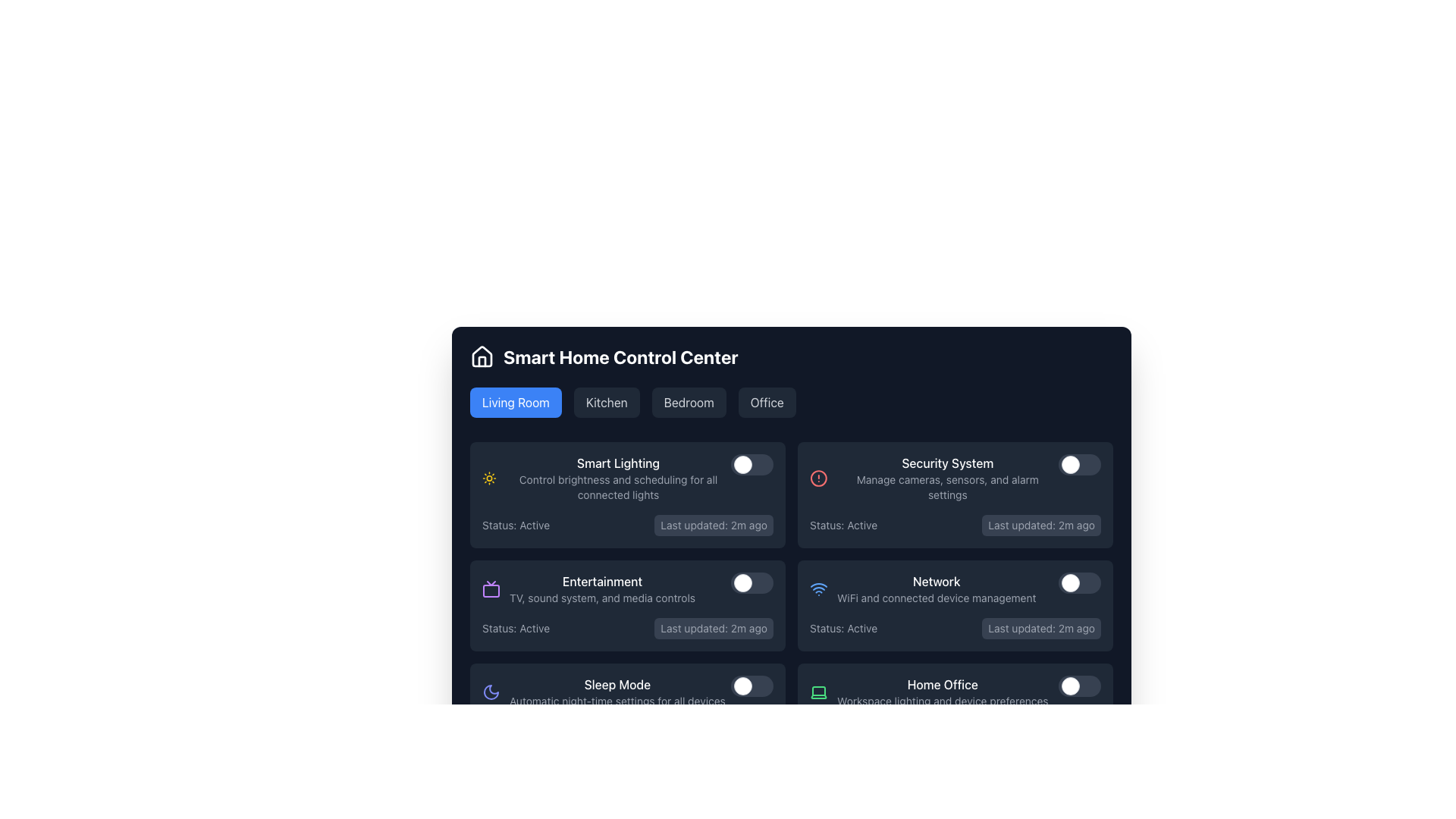 The image size is (1456, 819). I want to click on the toggle switch located in the top center of the 'Smart Lighting' card to switch its state, so click(752, 464).